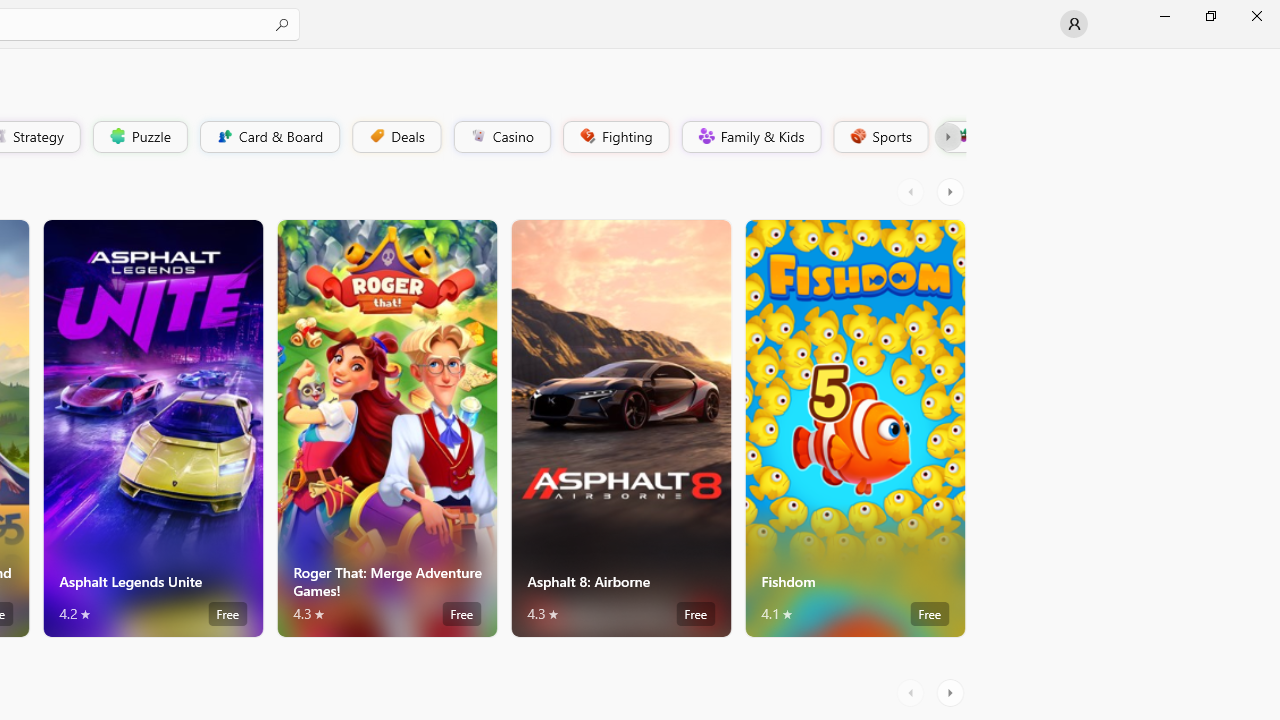 The image size is (1280, 720). What do you see at coordinates (879, 135) in the screenshot?
I see `'Sports'` at bounding box center [879, 135].